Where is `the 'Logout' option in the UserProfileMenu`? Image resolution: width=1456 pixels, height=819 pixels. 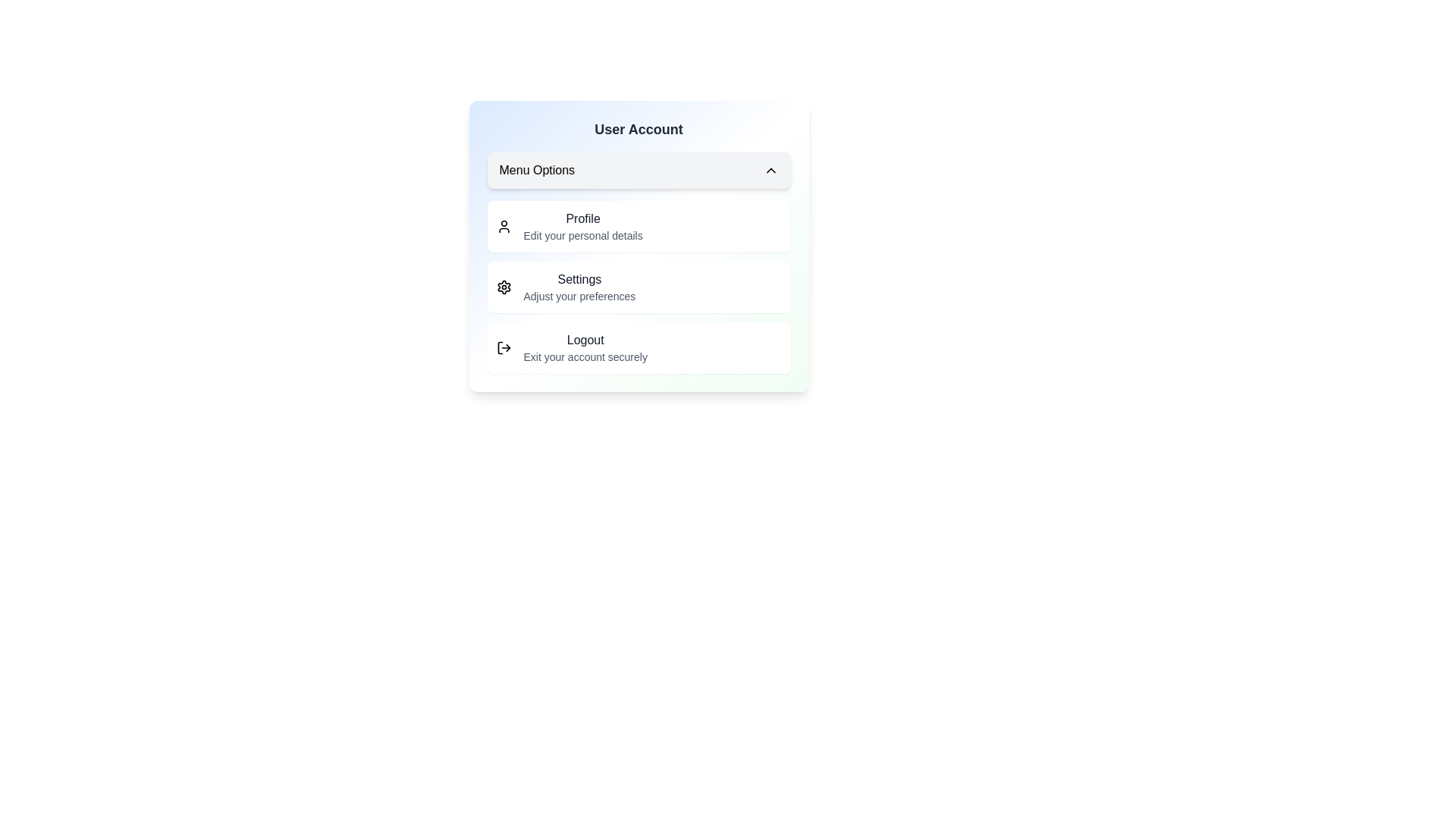 the 'Logout' option in the UserProfileMenu is located at coordinates (639, 348).